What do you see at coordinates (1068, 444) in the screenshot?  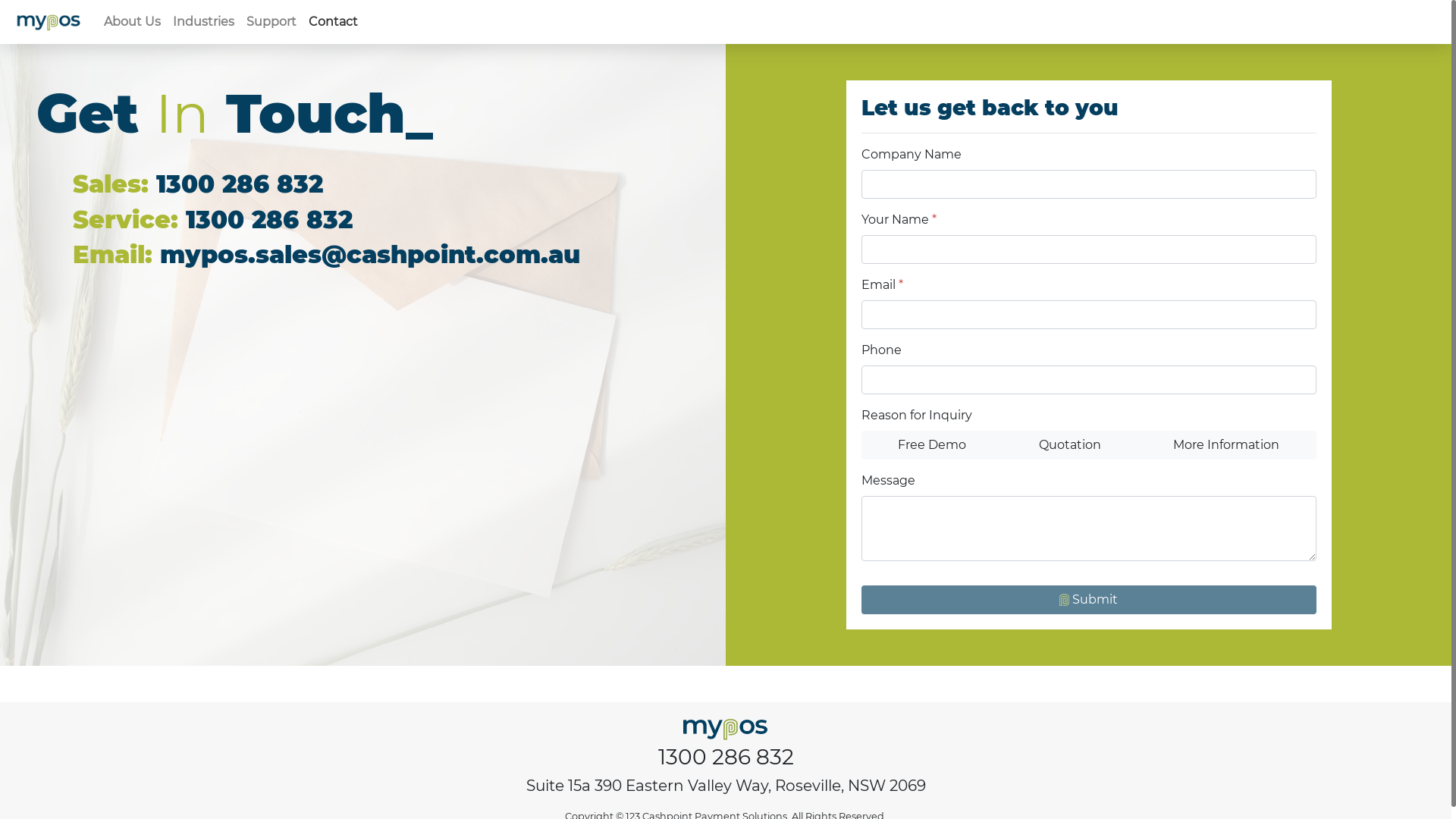 I see `'Quotation'` at bounding box center [1068, 444].